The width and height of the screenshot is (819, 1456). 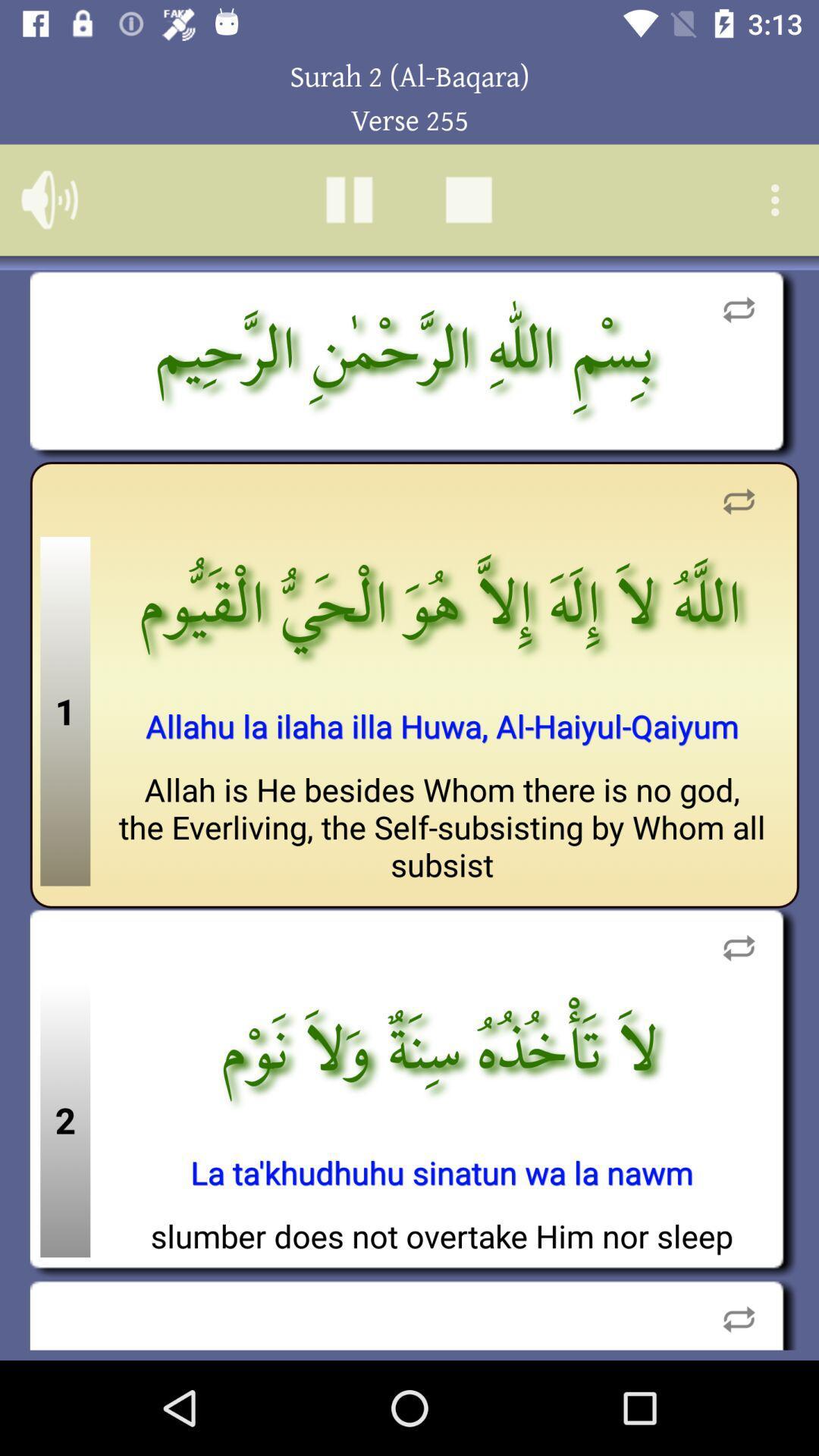 I want to click on share option, so click(x=738, y=309).